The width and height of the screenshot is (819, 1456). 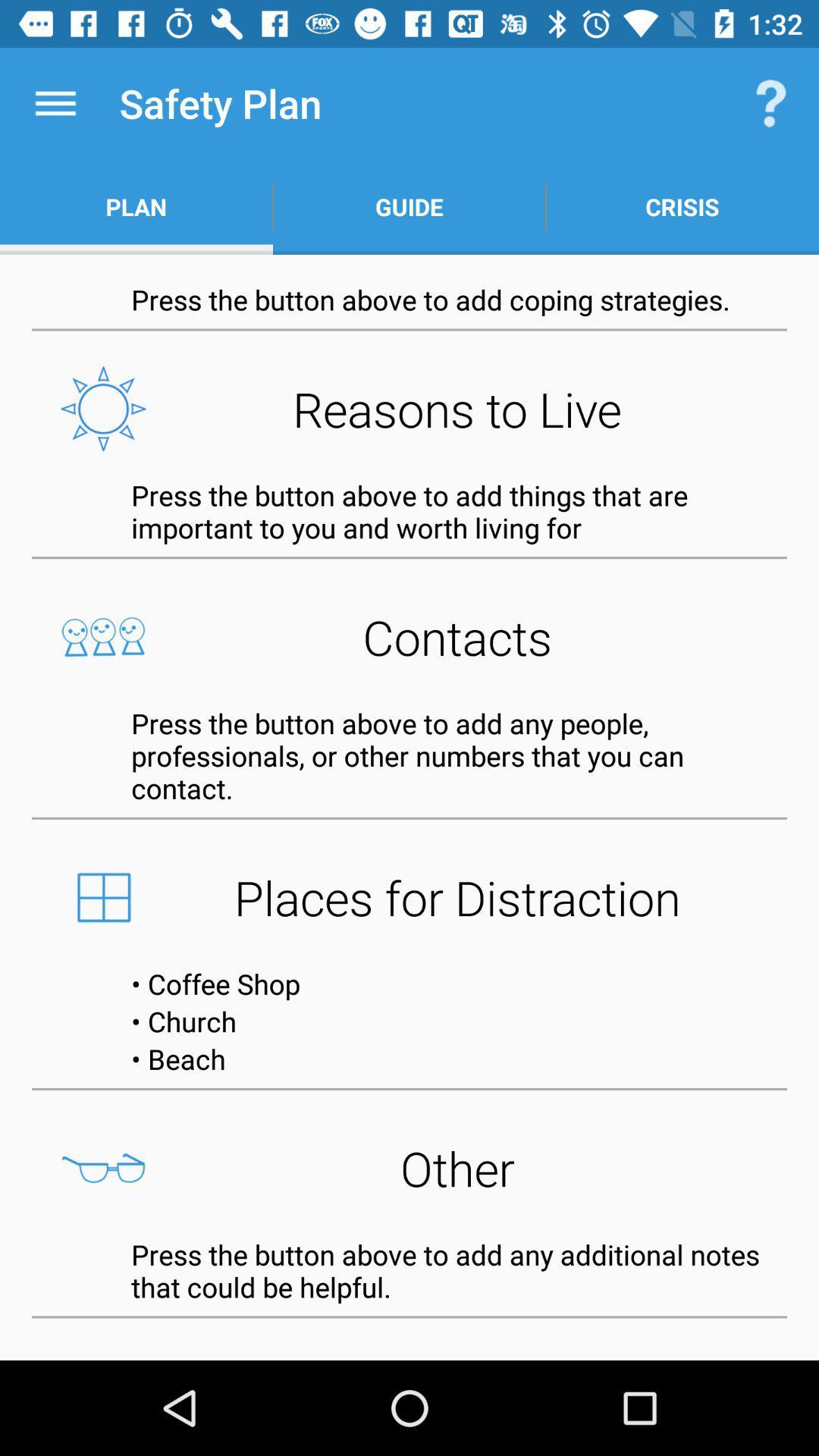 What do you see at coordinates (409, 409) in the screenshot?
I see `the reasons to live item` at bounding box center [409, 409].